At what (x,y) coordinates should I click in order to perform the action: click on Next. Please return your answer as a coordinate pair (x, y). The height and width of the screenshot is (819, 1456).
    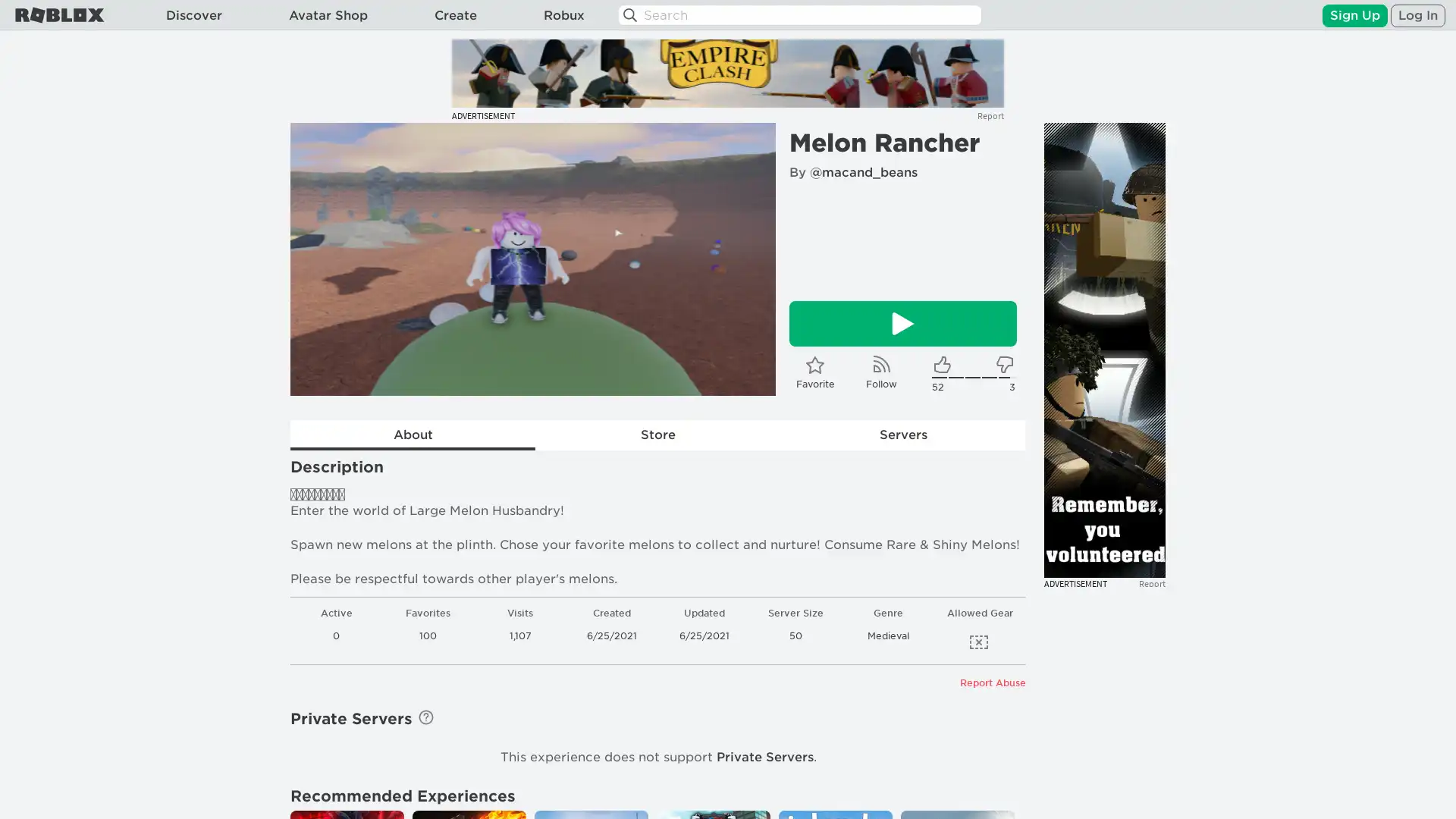
    Looking at the image, I should click on (743, 259).